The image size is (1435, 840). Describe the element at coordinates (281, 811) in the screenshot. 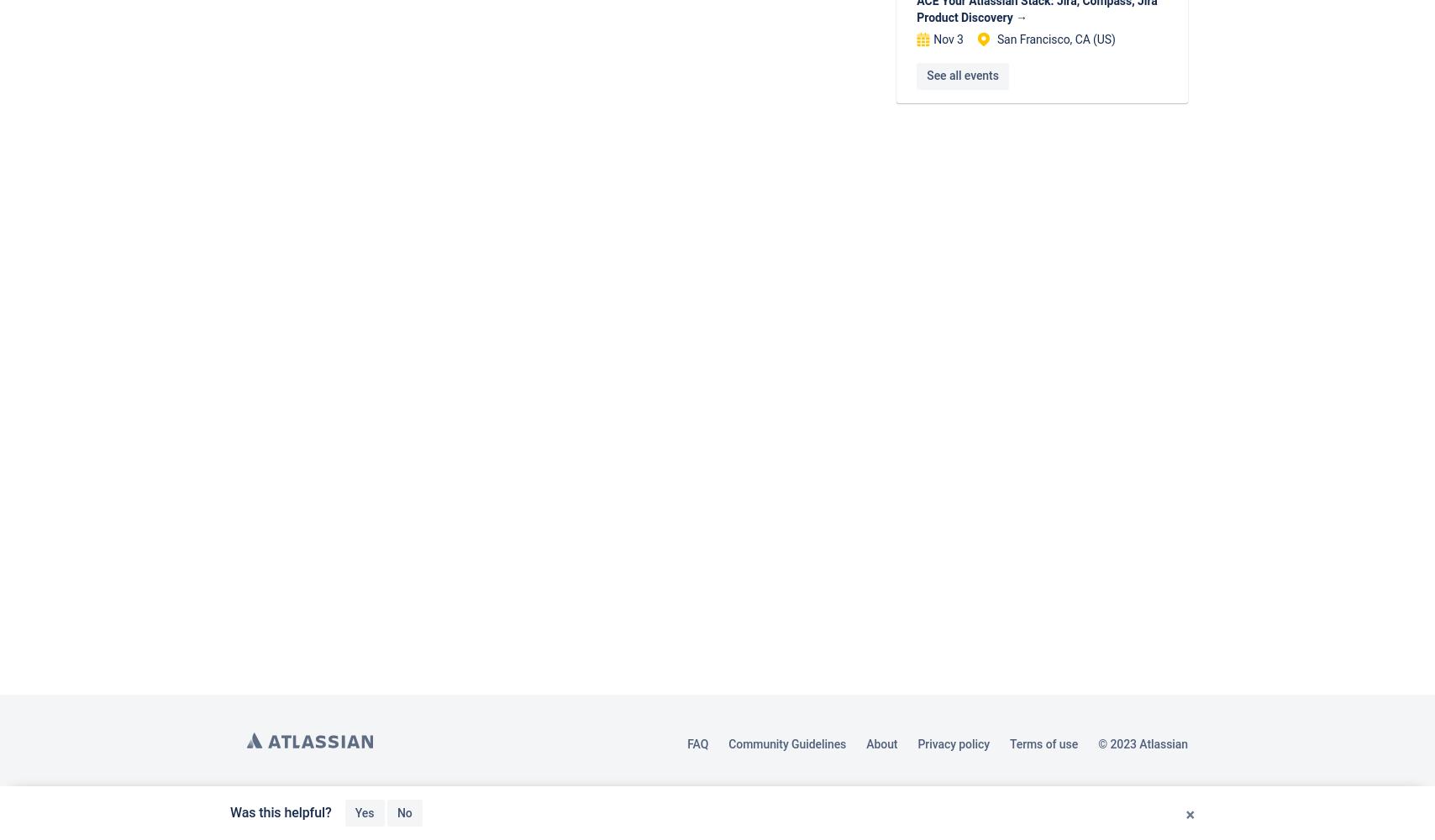

I see `'Was this helpful?'` at that location.